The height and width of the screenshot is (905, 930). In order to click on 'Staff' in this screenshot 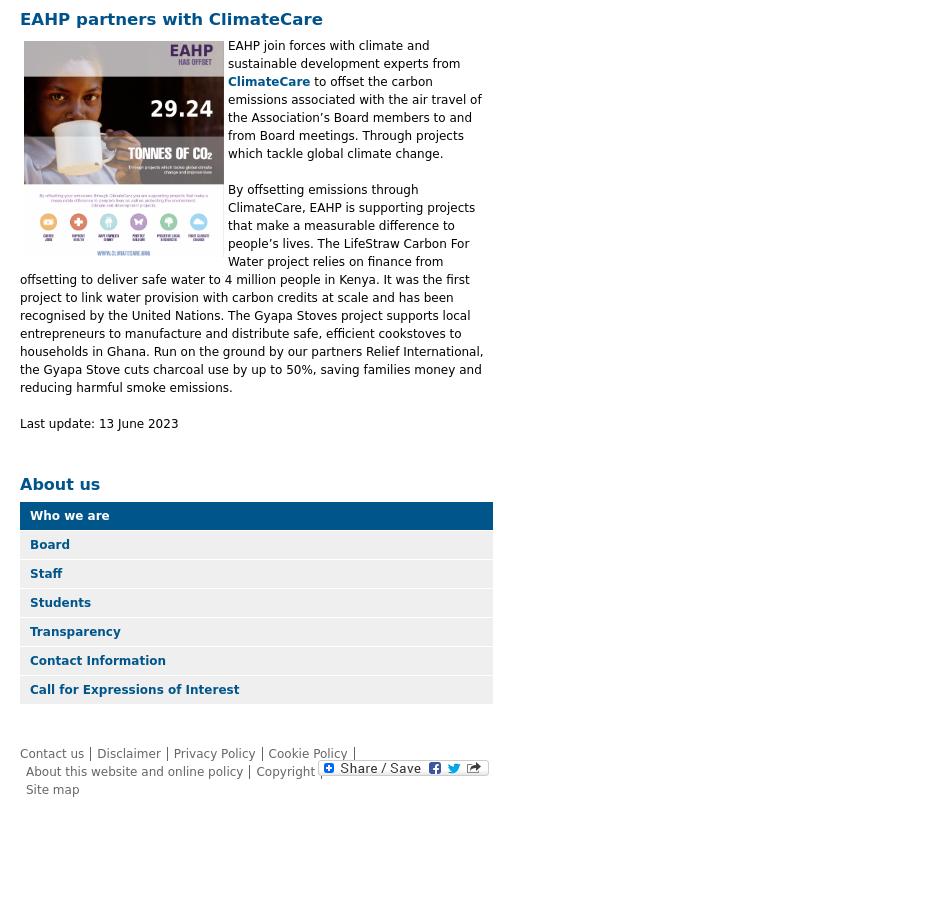, I will do `click(29, 572)`.